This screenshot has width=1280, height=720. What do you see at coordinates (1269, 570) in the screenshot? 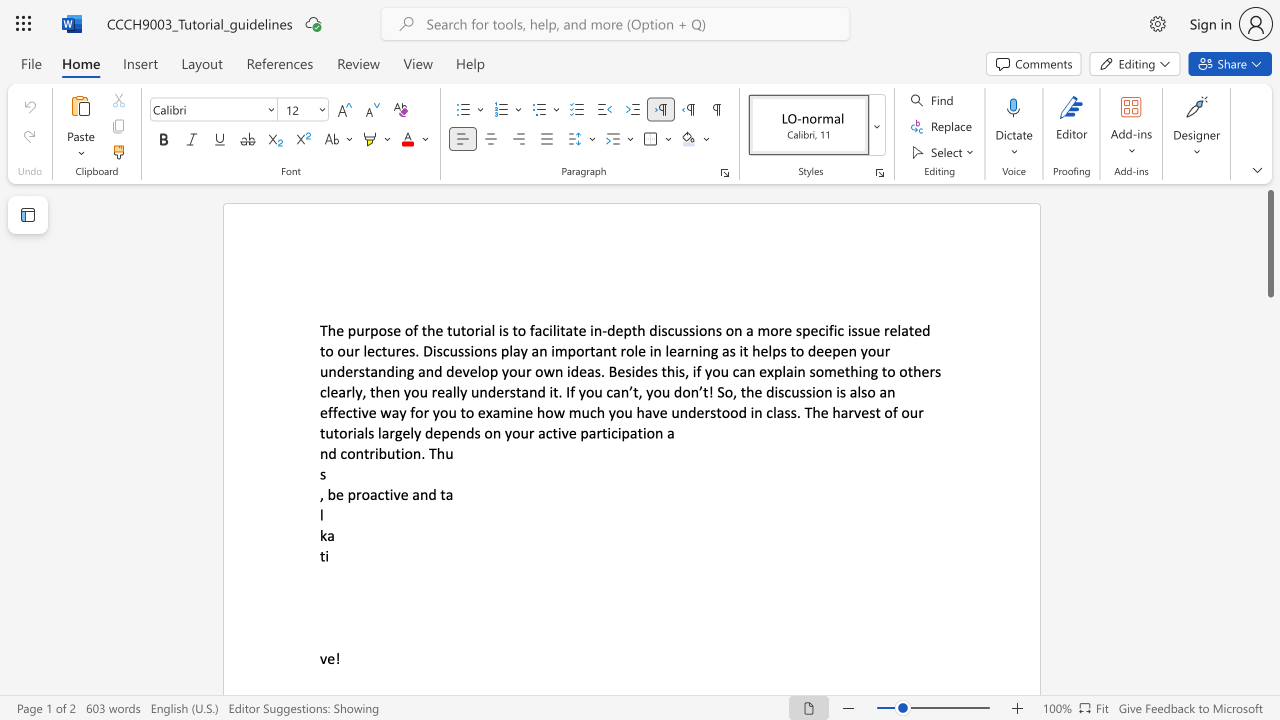
I see `the side scrollbar to bring the page down` at bounding box center [1269, 570].